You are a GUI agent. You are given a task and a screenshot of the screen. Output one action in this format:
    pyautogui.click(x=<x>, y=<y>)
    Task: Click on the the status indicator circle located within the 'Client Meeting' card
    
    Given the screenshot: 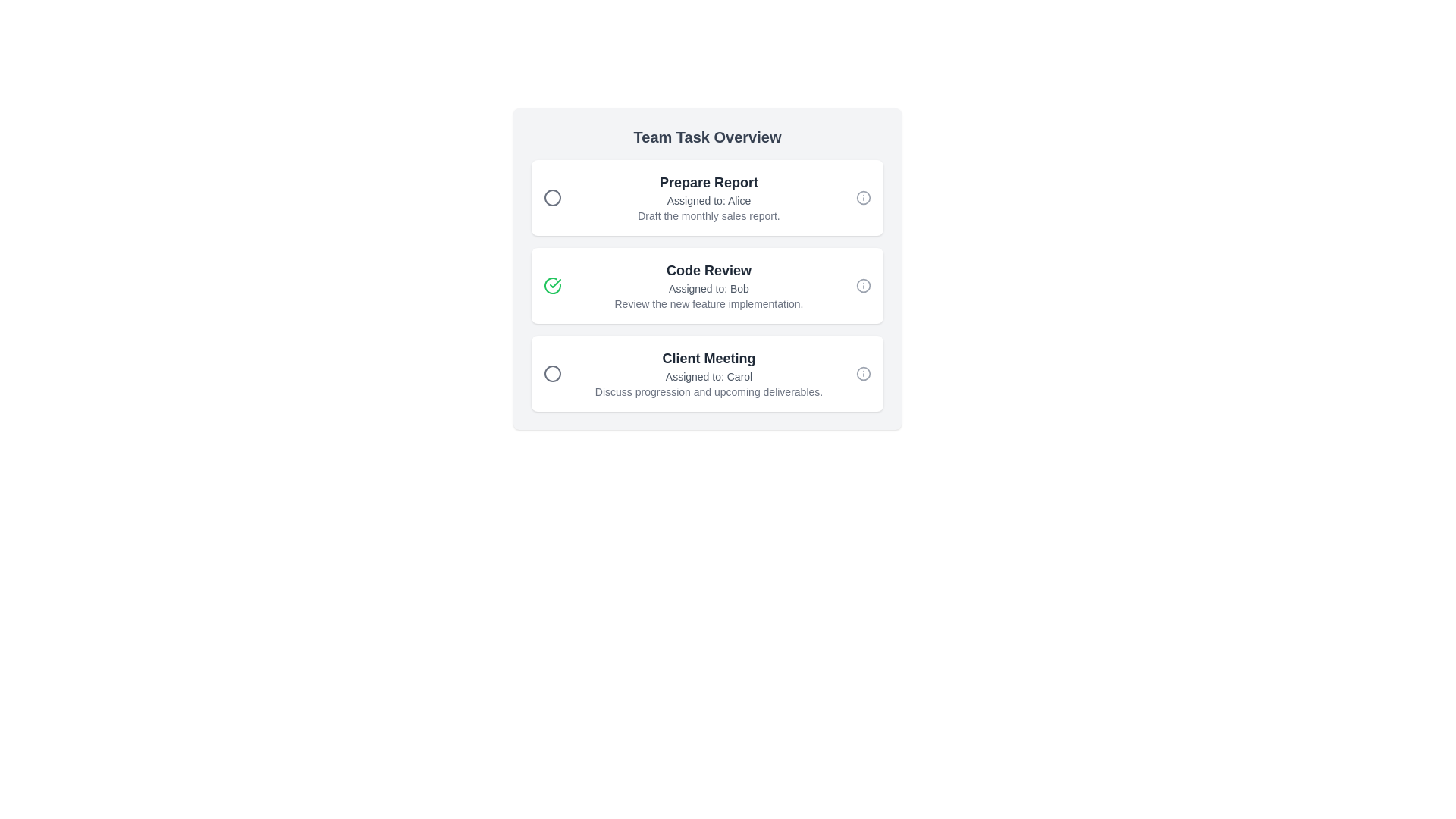 What is the action you would take?
    pyautogui.click(x=552, y=374)
    